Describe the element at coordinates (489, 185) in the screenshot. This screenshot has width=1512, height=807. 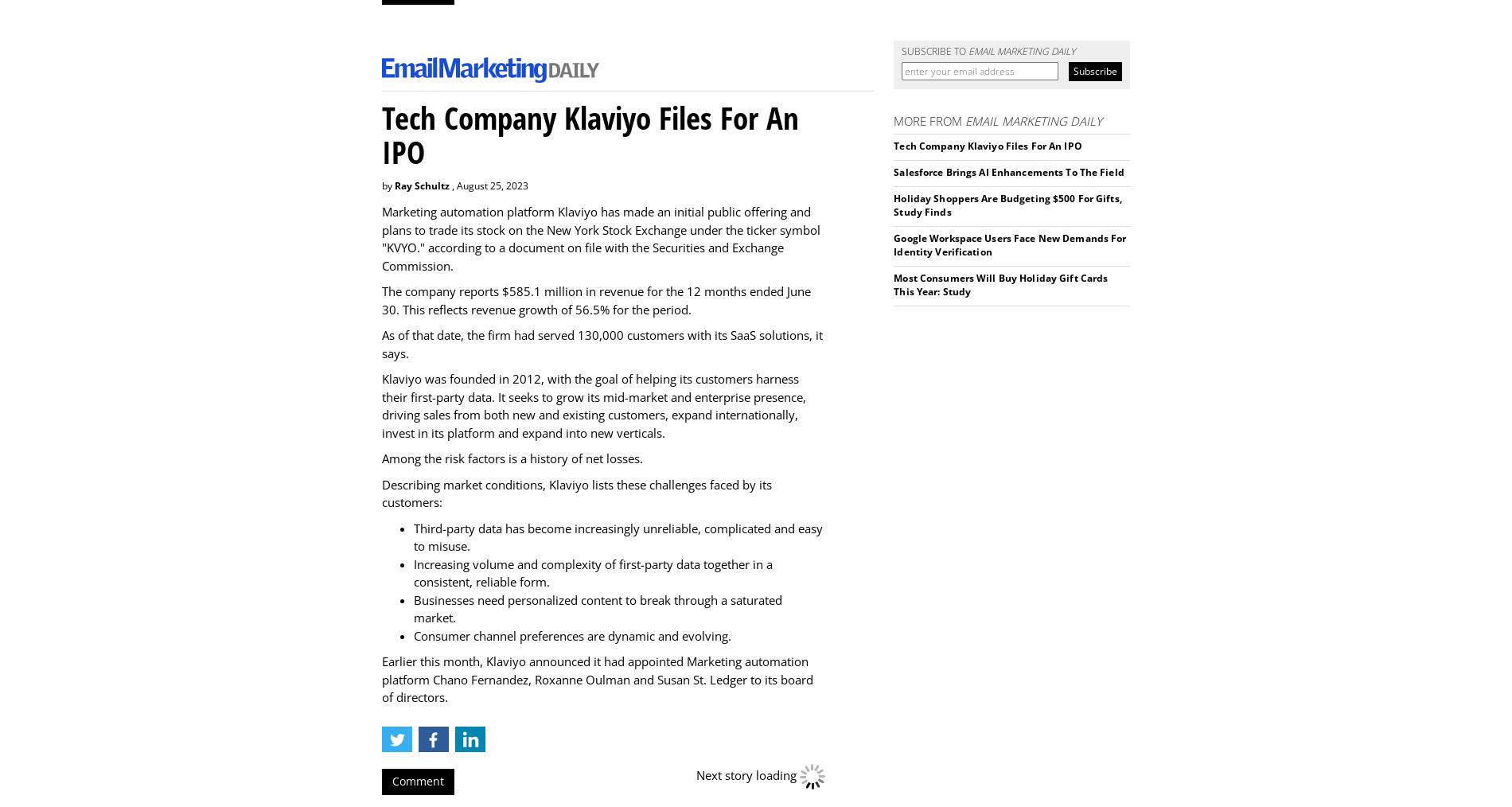
I see `', 
                                    
                                
                                August 25, 2023'` at that location.